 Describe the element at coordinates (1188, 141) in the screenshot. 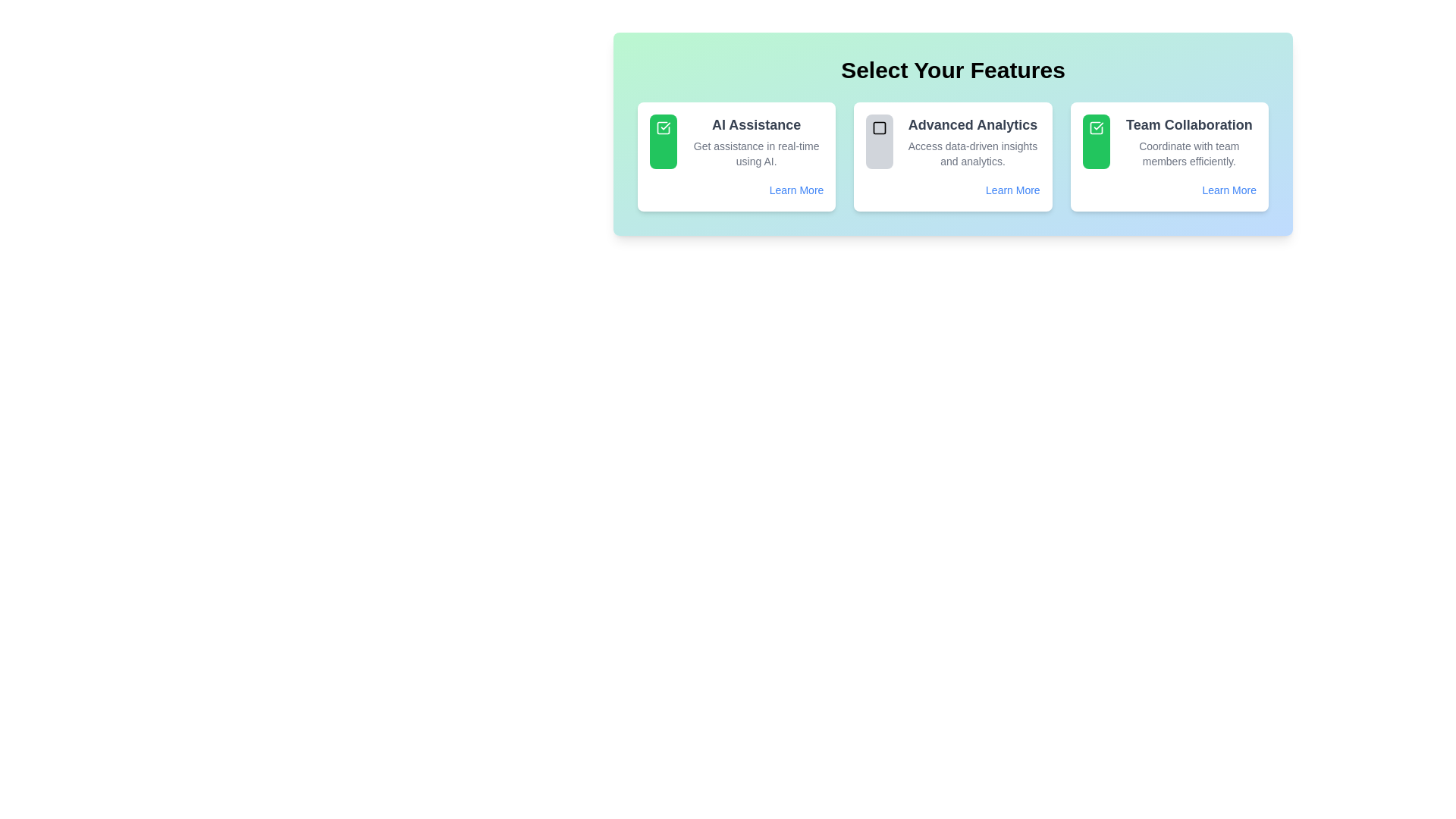

I see `text content describing the 'Team Collaboration' feature, which is located in the rightmost card of a row of three cards, providing information on coordinating with team members efficiently` at that location.